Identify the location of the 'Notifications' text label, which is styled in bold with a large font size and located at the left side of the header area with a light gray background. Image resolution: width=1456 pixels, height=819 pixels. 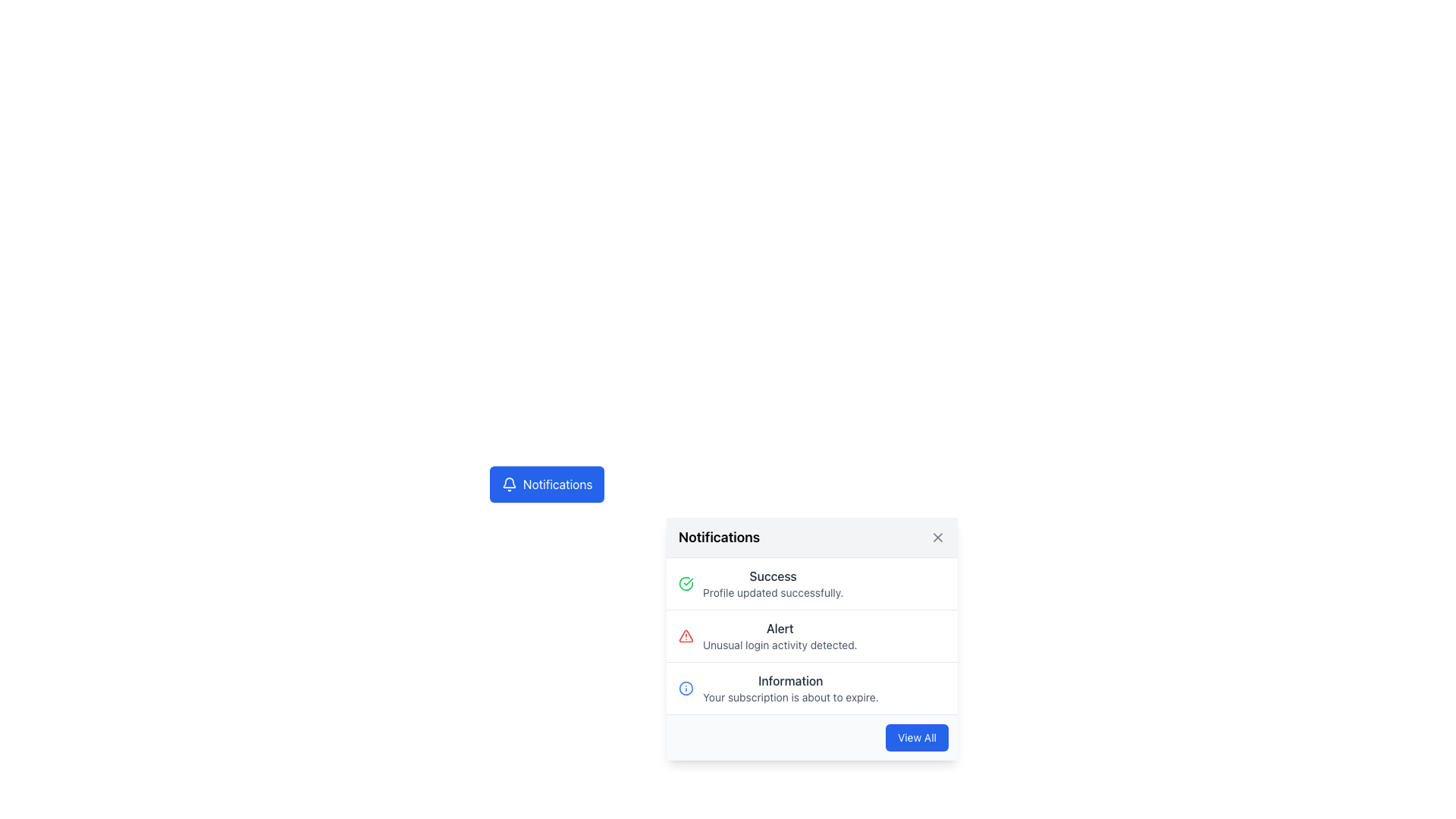
(718, 537).